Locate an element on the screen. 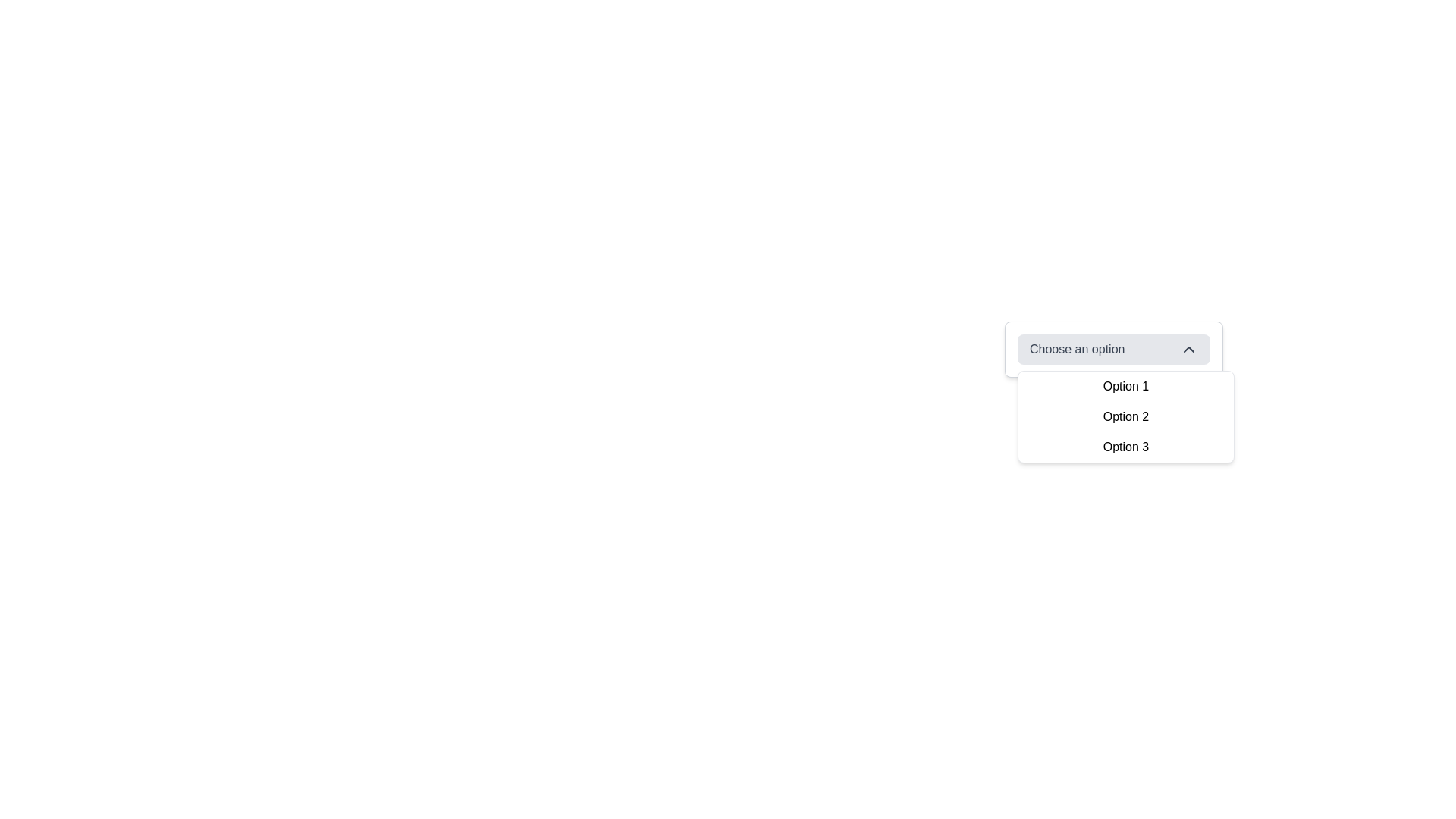 Image resolution: width=1456 pixels, height=819 pixels. the text label reading 'Choose an option' within the dropdown menu, which is styled in bold and compact font, aligned to the left of the chevron icon is located at coordinates (1076, 350).